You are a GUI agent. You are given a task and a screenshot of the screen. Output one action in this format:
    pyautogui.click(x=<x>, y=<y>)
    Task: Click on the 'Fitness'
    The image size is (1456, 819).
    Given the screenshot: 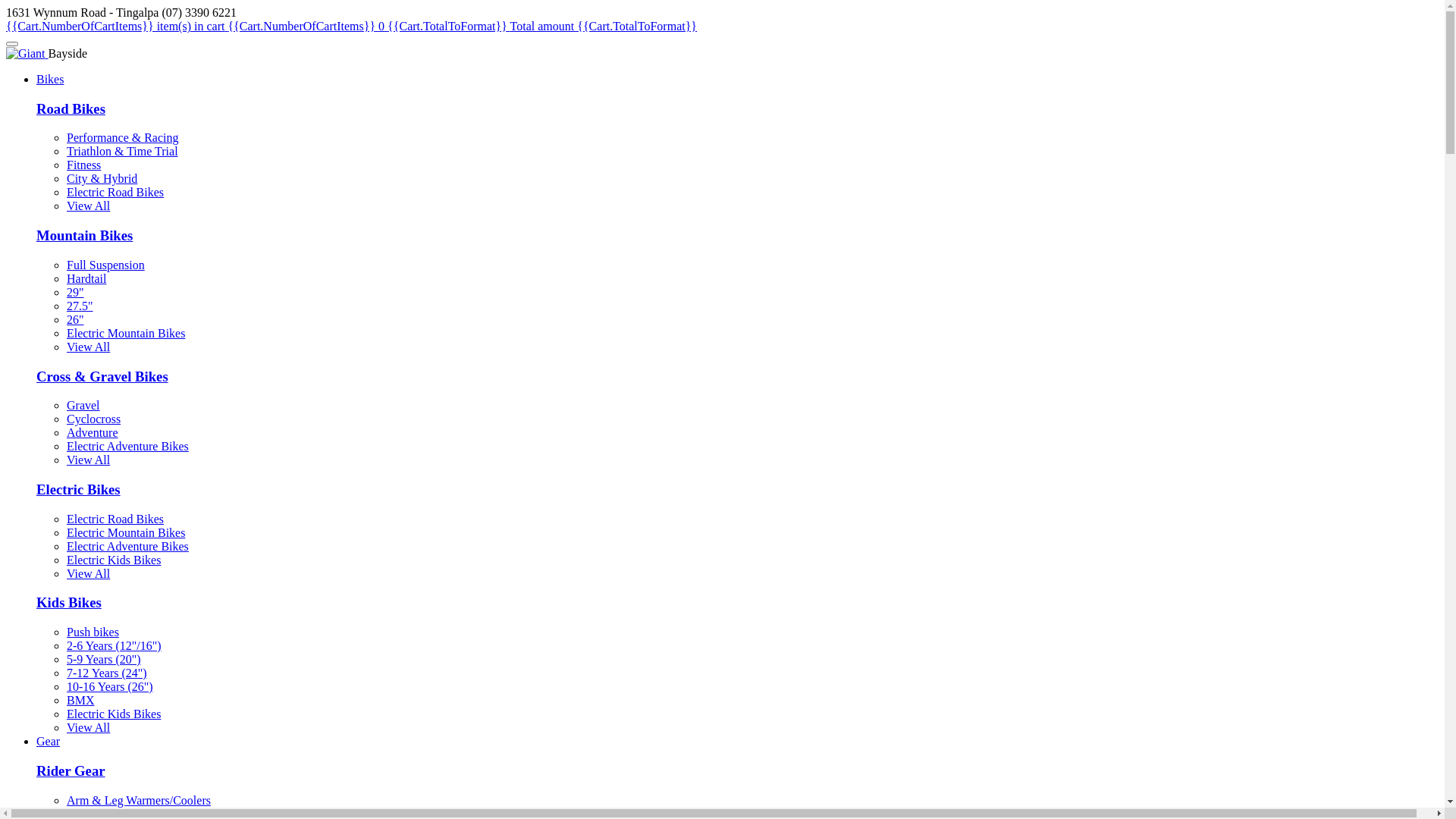 What is the action you would take?
    pyautogui.click(x=65, y=165)
    